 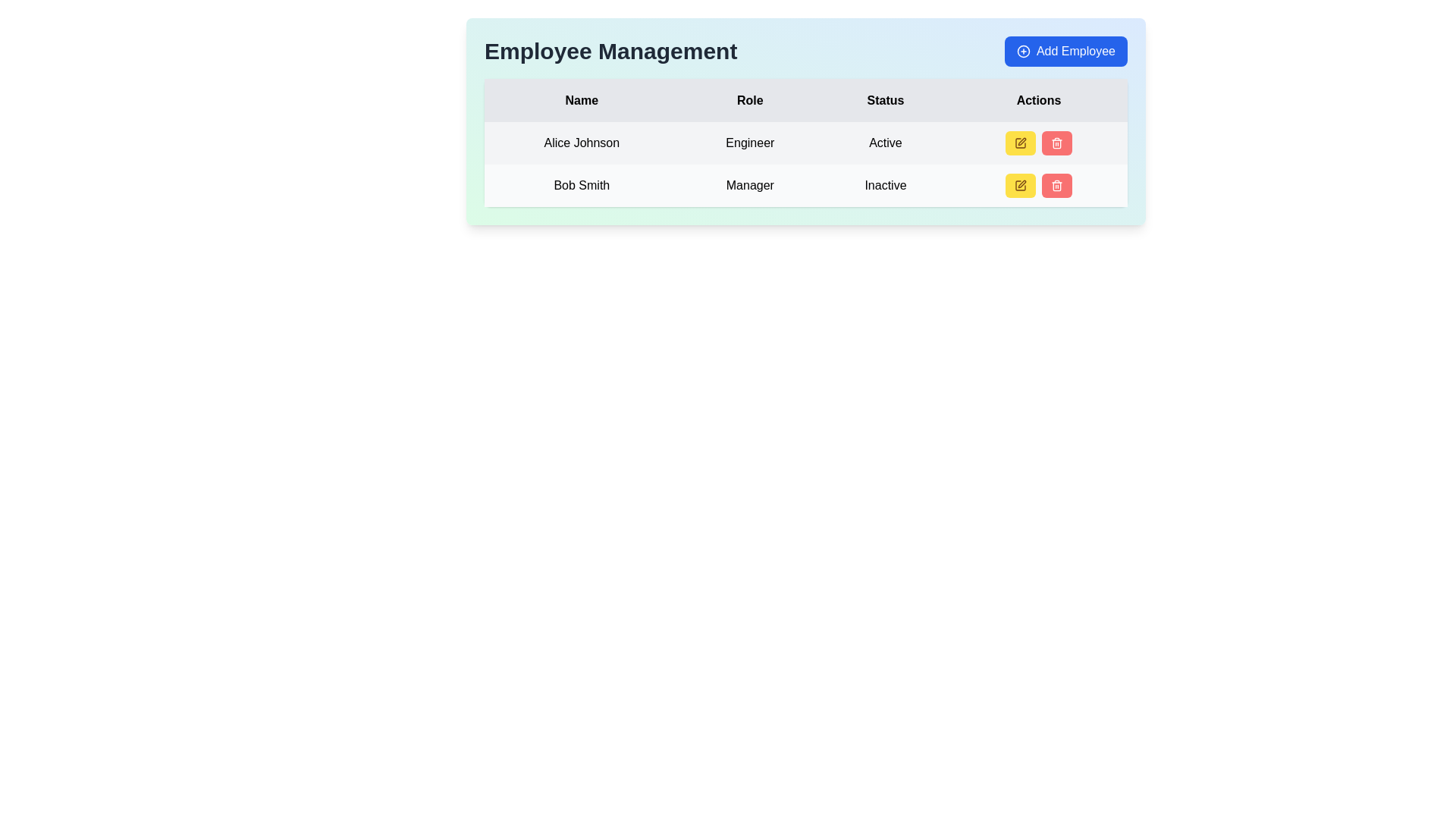 I want to click on the edit icon button located in the 'Actions' column of the second row for 'Bob Smith' in the employee data table, so click(x=1020, y=185).